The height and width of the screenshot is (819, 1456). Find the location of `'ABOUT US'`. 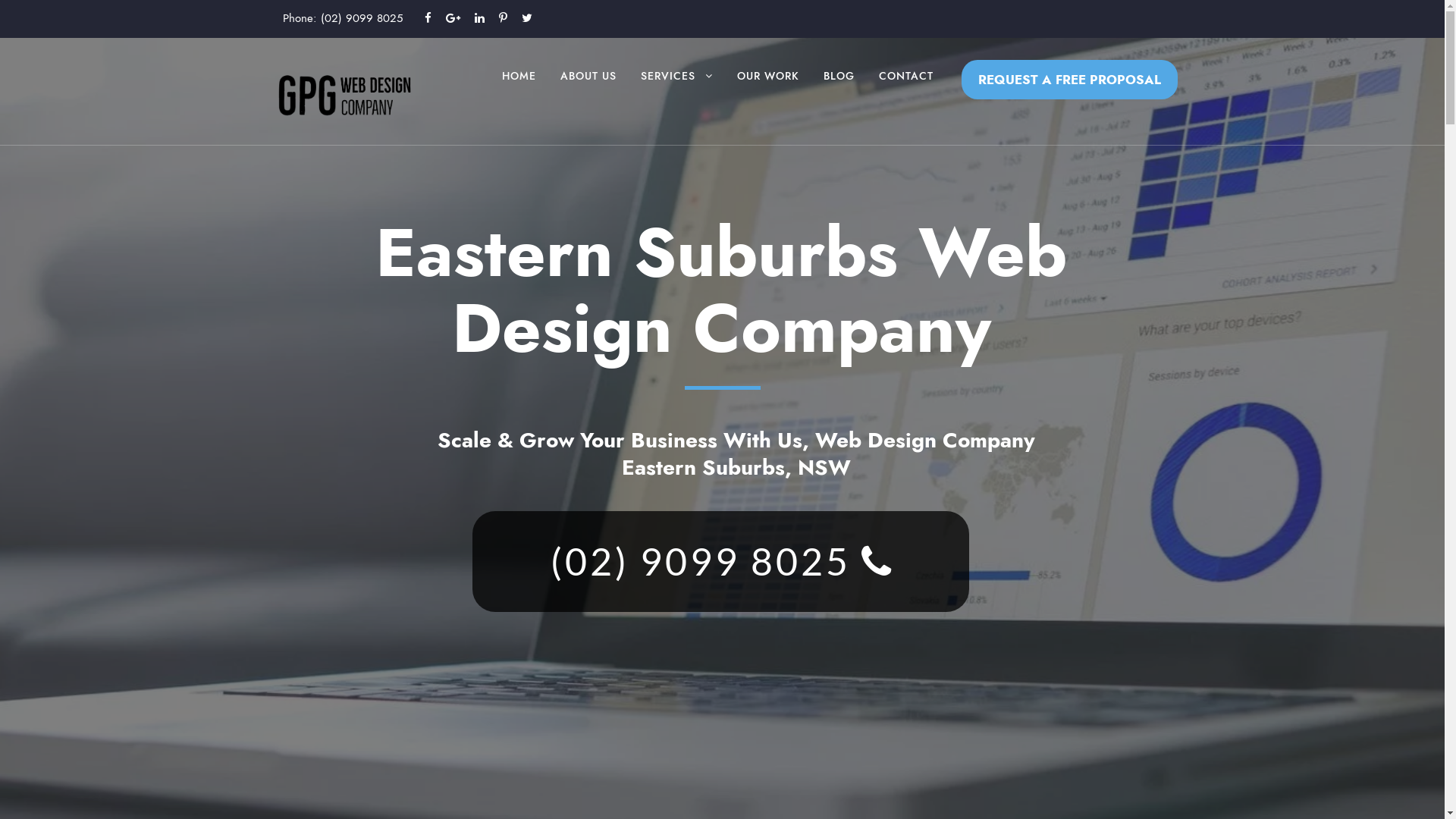

'ABOUT US' is located at coordinates (559, 90).